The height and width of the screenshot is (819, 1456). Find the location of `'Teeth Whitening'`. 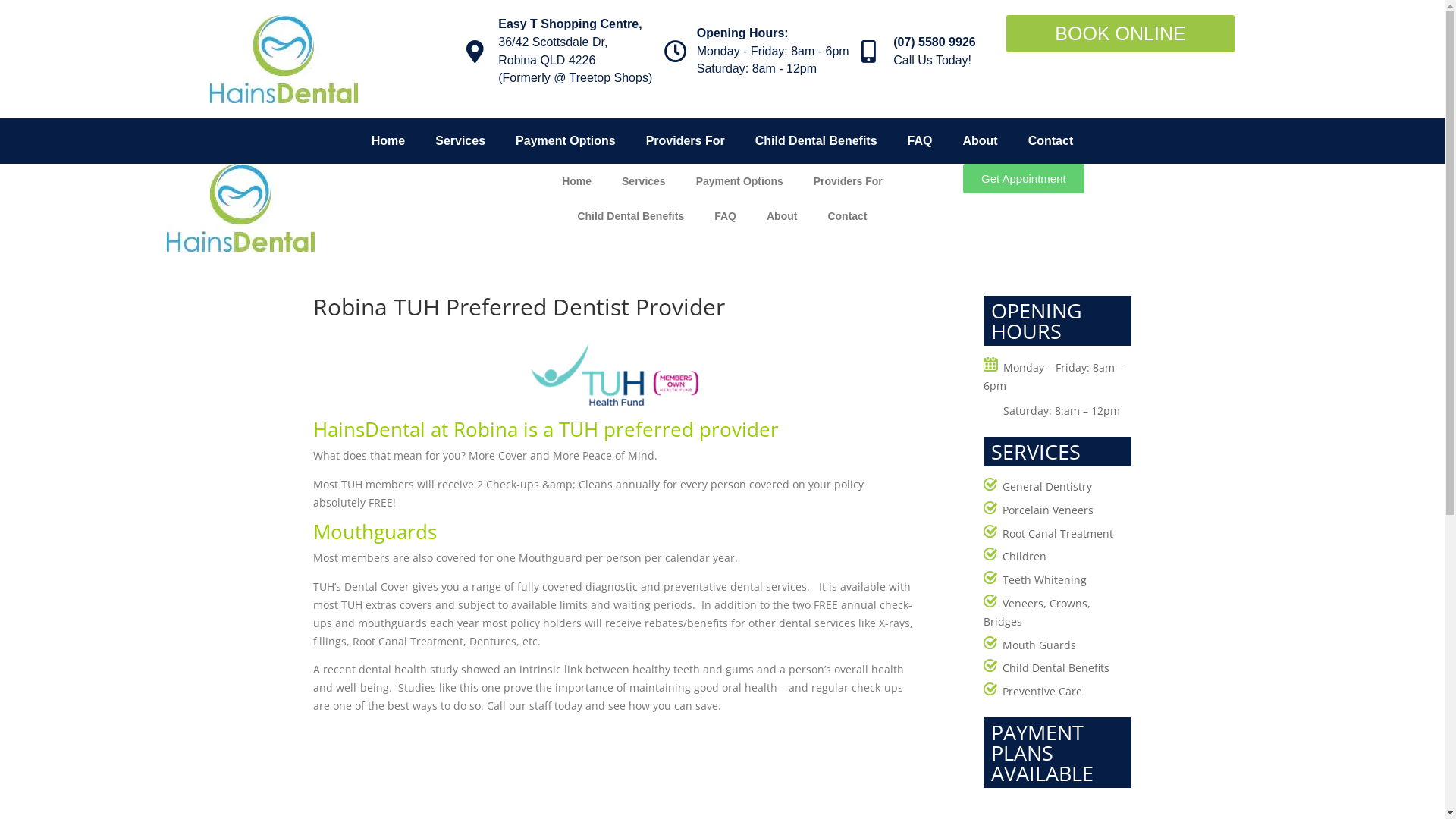

'Teeth Whitening' is located at coordinates (1043, 579).